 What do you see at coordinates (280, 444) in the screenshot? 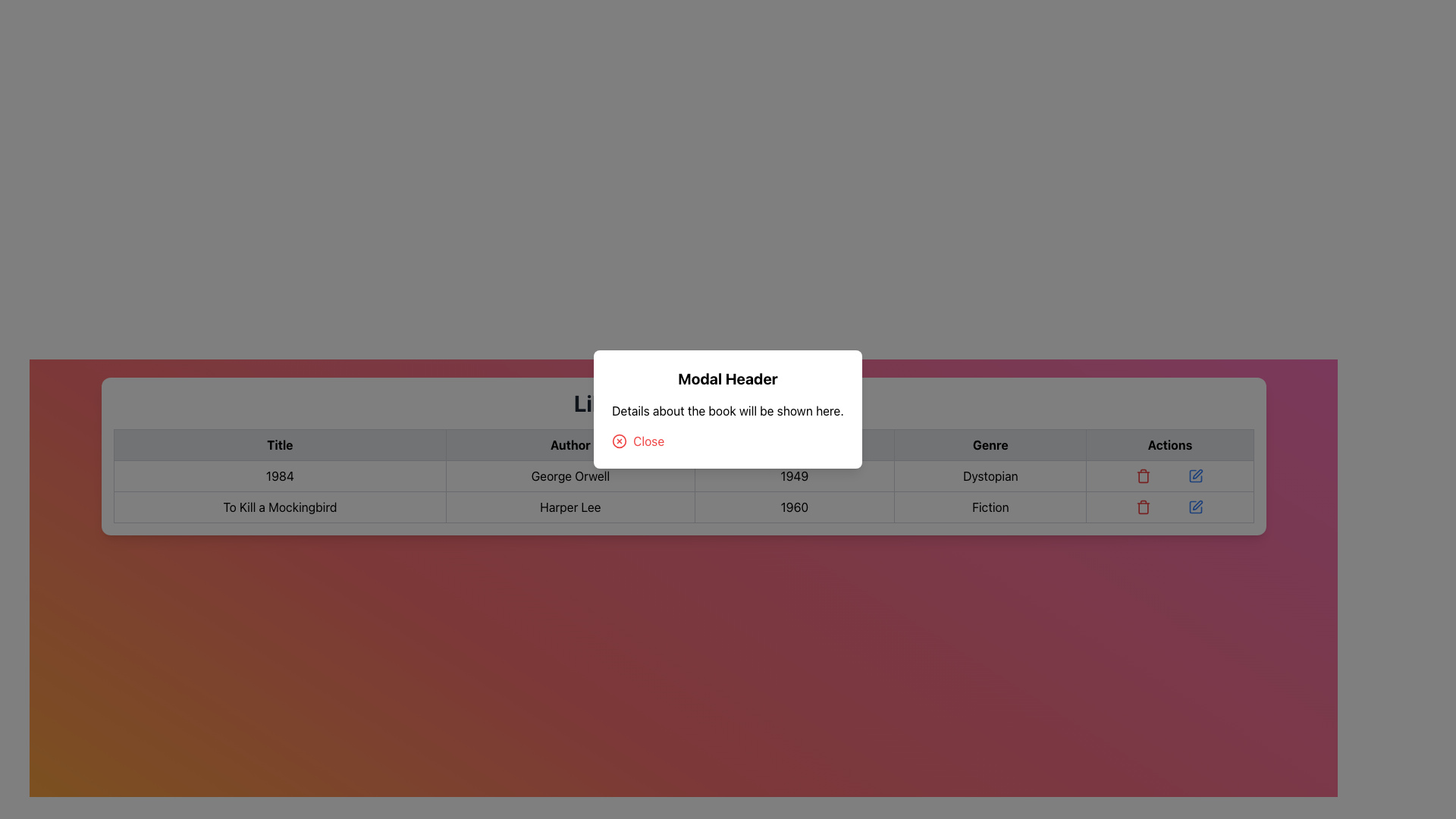
I see `the 'Title' text label` at bounding box center [280, 444].